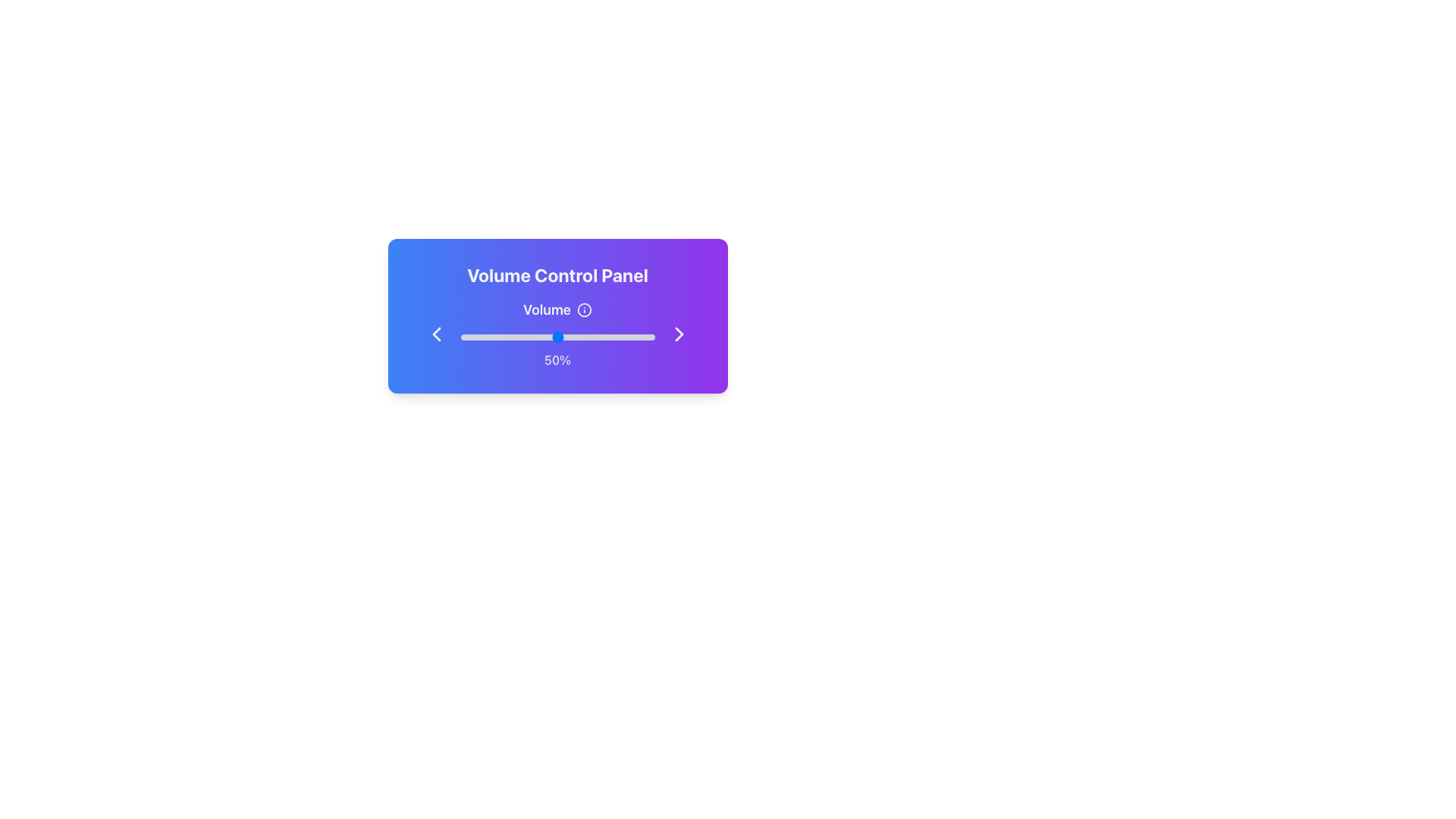 The height and width of the screenshot is (819, 1456). I want to click on the volume level, so click(542, 336).